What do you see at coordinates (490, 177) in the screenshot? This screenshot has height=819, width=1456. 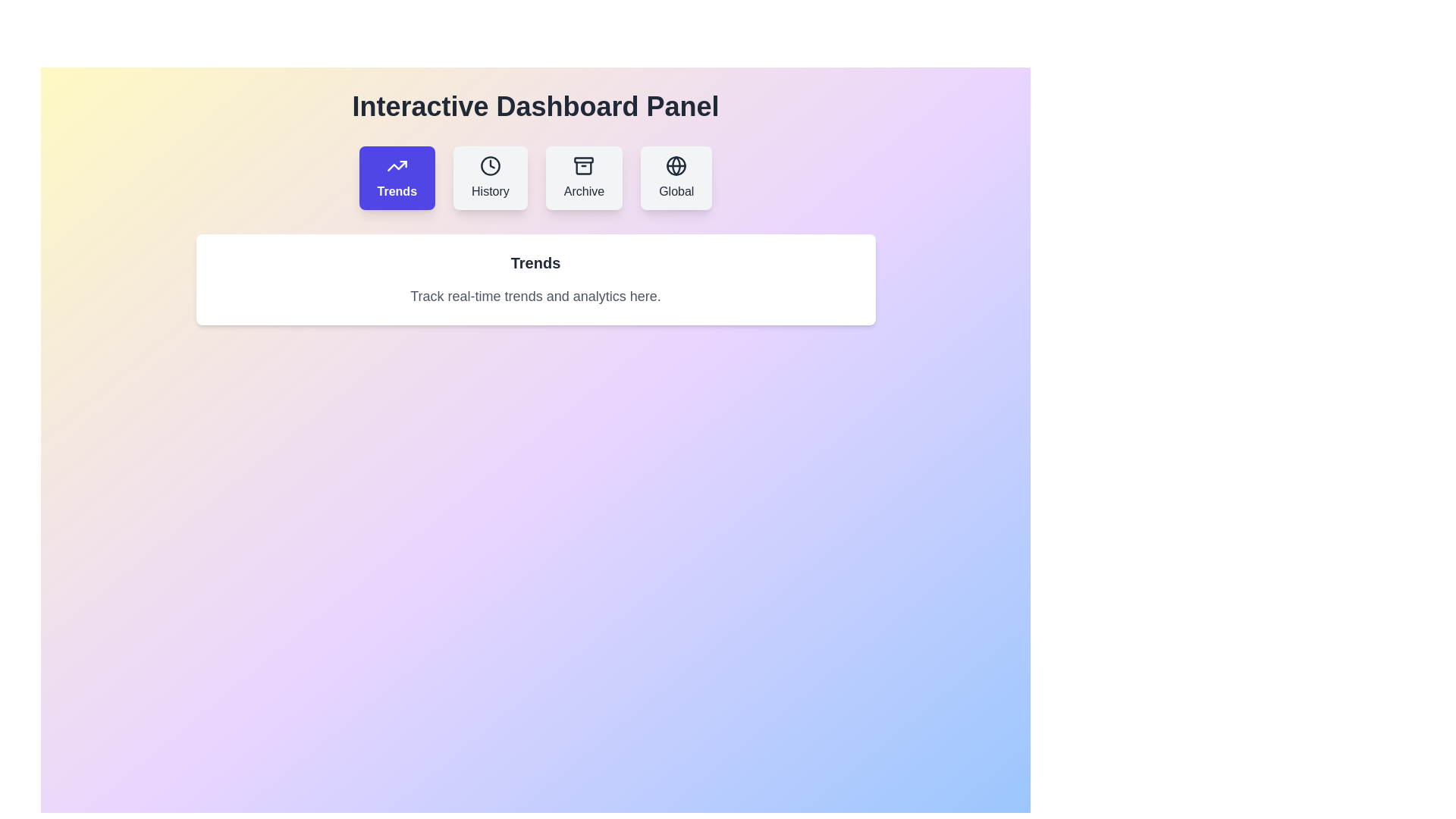 I see `the History tab to view its content` at bounding box center [490, 177].